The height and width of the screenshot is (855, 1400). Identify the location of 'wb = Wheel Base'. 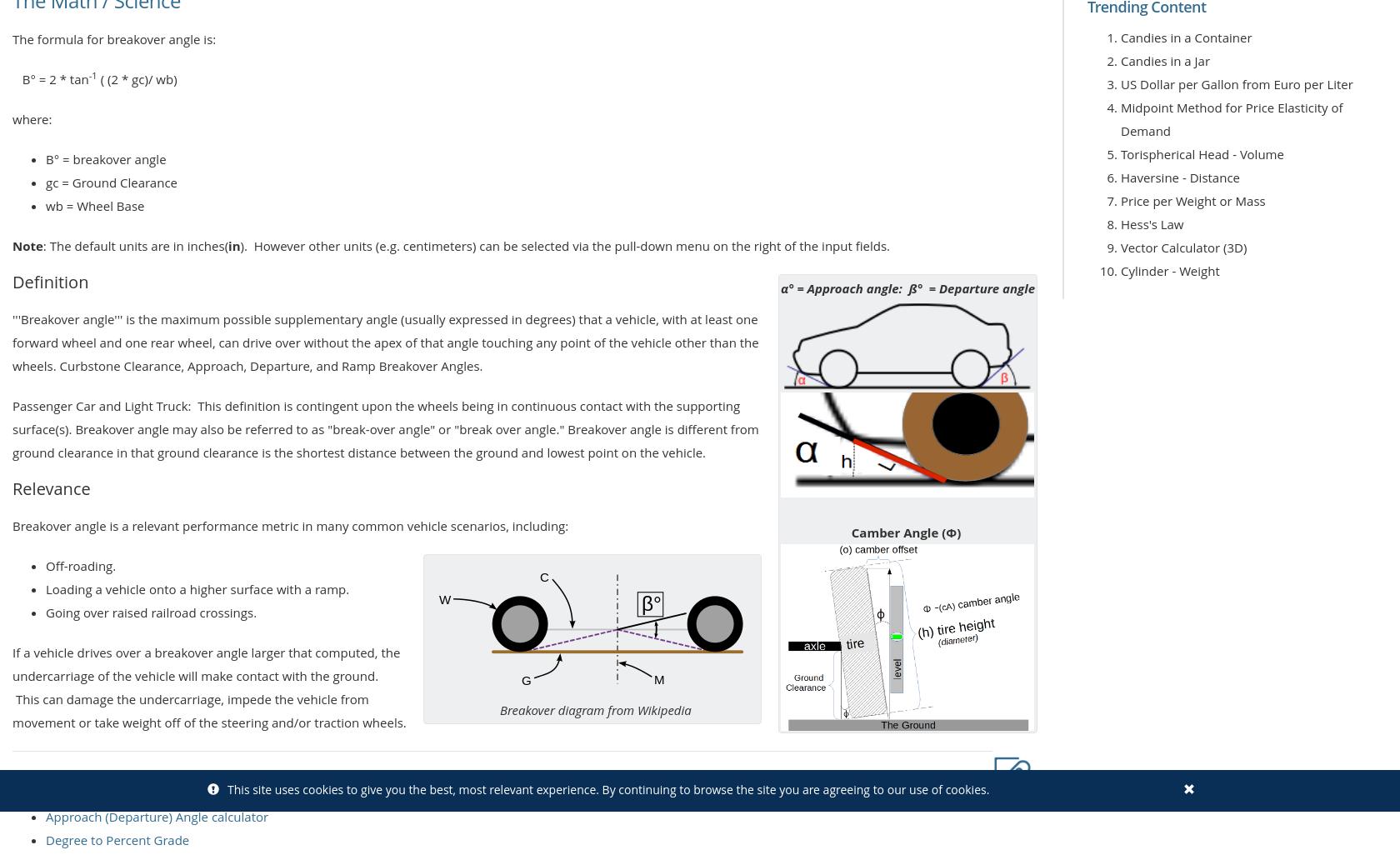
(94, 205).